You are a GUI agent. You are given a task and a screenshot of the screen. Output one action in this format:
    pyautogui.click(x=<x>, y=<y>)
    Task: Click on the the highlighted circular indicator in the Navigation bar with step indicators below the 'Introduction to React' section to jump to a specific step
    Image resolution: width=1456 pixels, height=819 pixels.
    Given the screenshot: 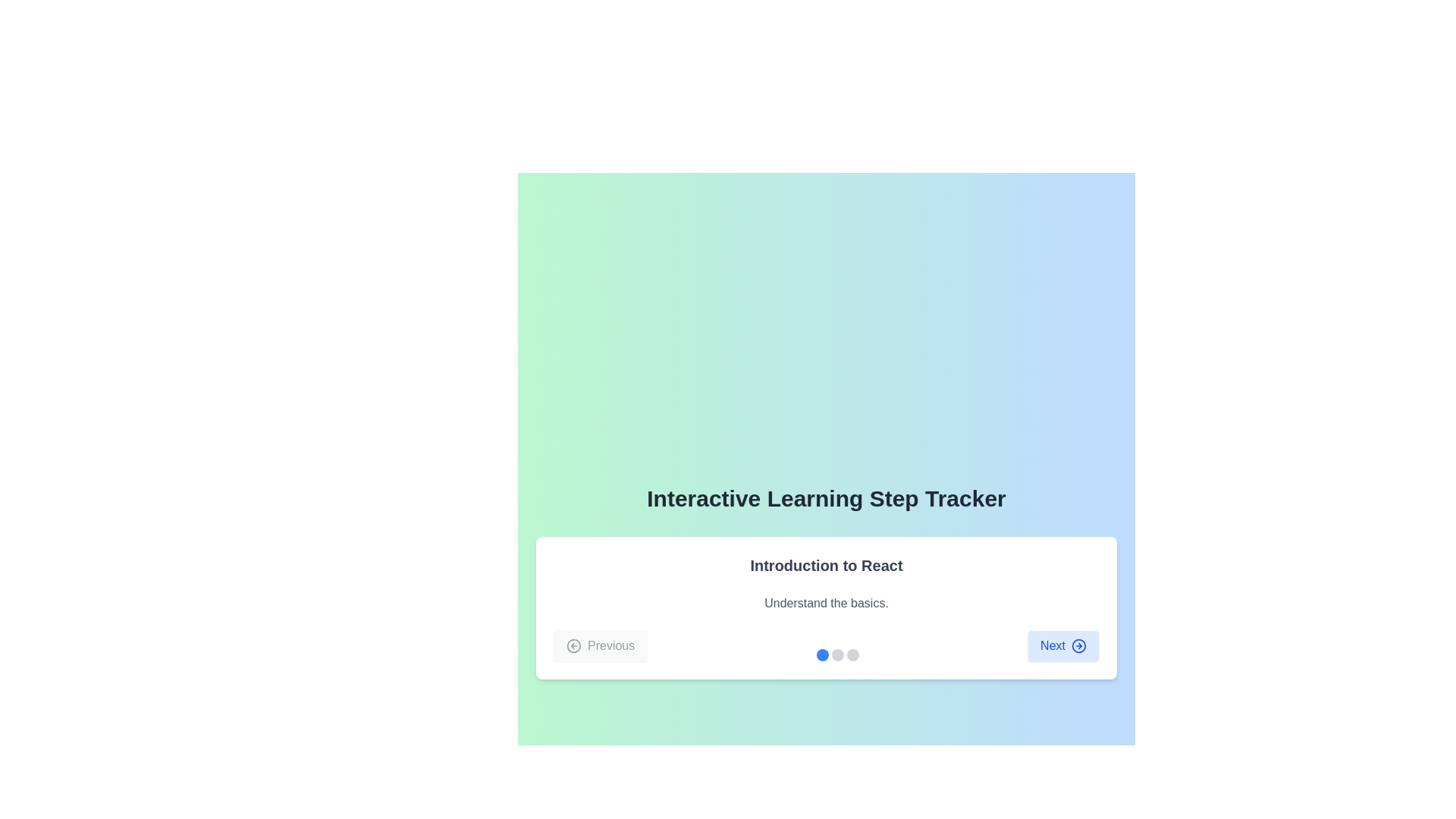 What is the action you would take?
    pyautogui.click(x=825, y=646)
    